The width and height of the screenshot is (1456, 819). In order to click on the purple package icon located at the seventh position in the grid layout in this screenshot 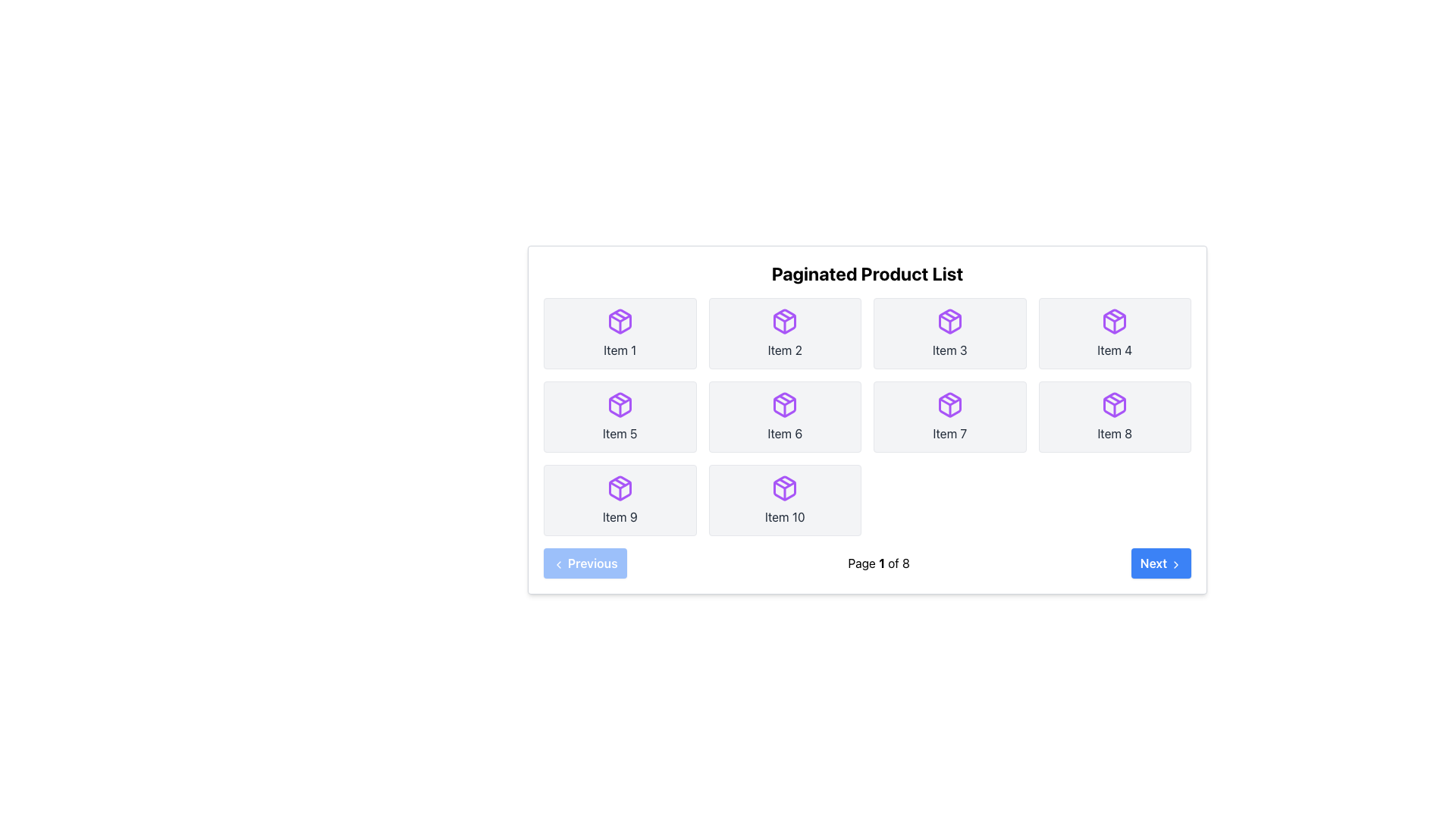, I will do `click(949, 403)`.